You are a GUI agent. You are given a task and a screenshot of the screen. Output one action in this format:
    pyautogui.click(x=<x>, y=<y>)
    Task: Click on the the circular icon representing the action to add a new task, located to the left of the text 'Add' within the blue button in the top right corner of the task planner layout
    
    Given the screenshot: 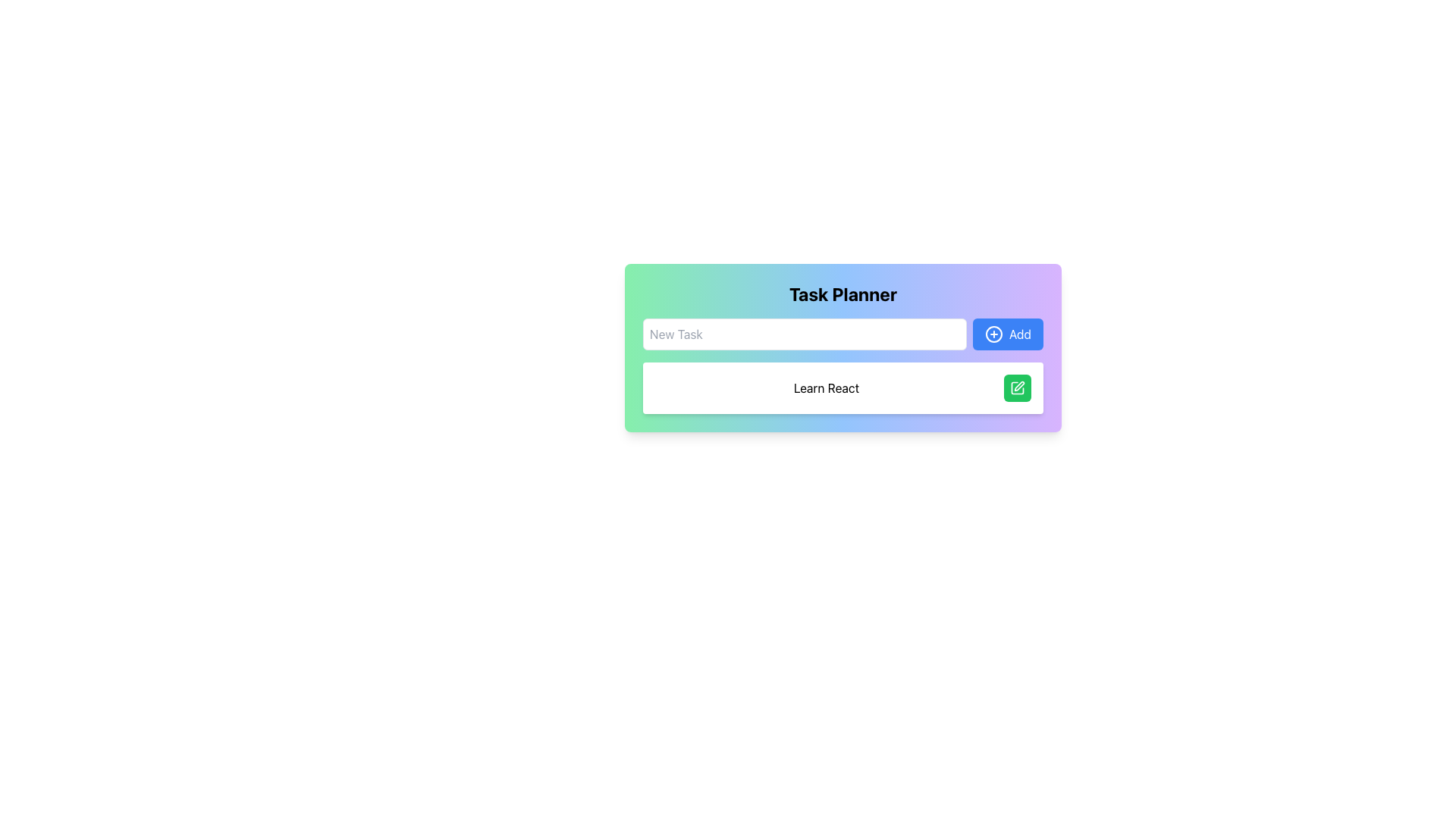 What is the action you would take?
    pyautogui.click(x=993, y=333)
    